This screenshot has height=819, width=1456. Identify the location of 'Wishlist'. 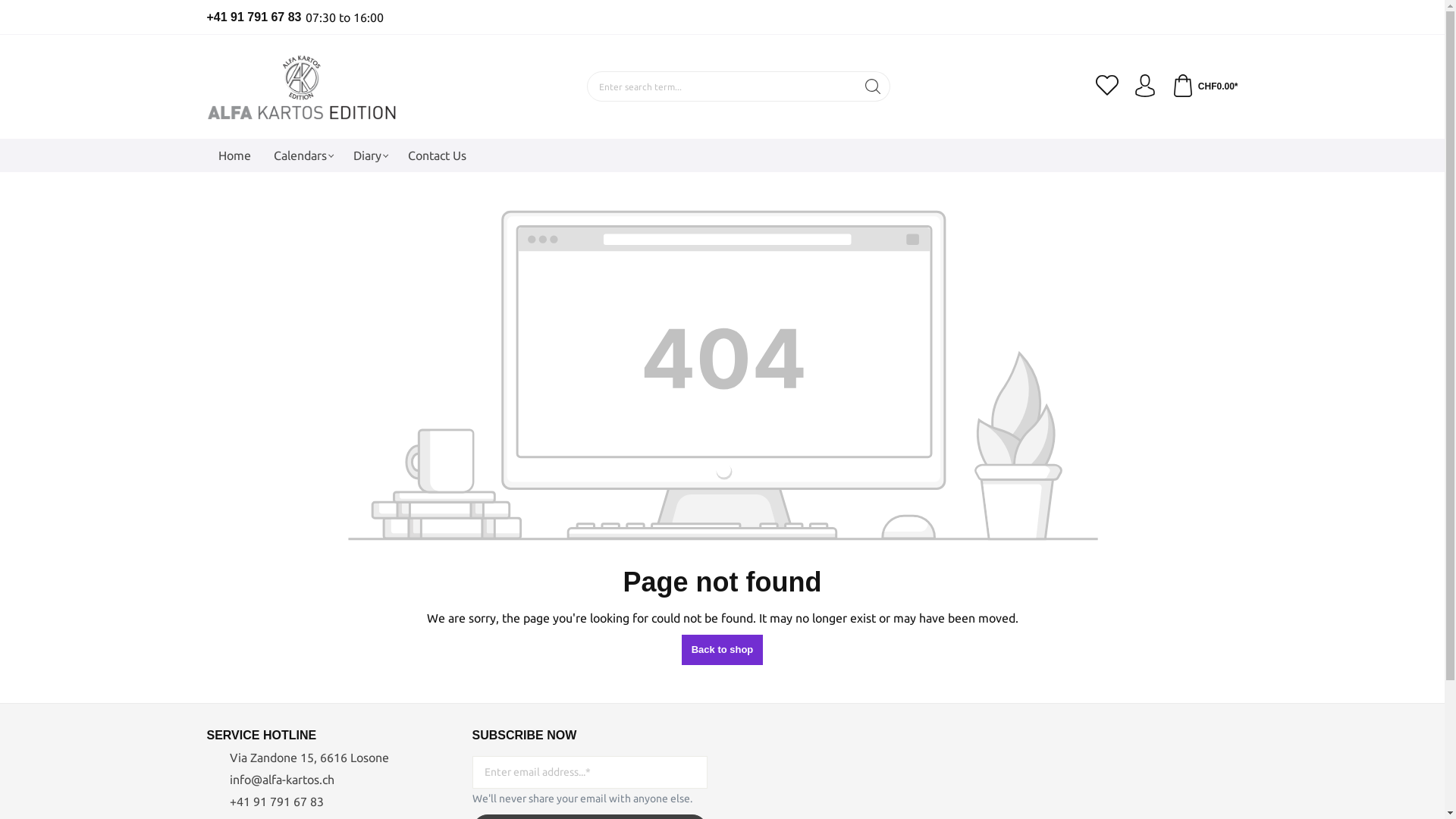
(1106, 86).